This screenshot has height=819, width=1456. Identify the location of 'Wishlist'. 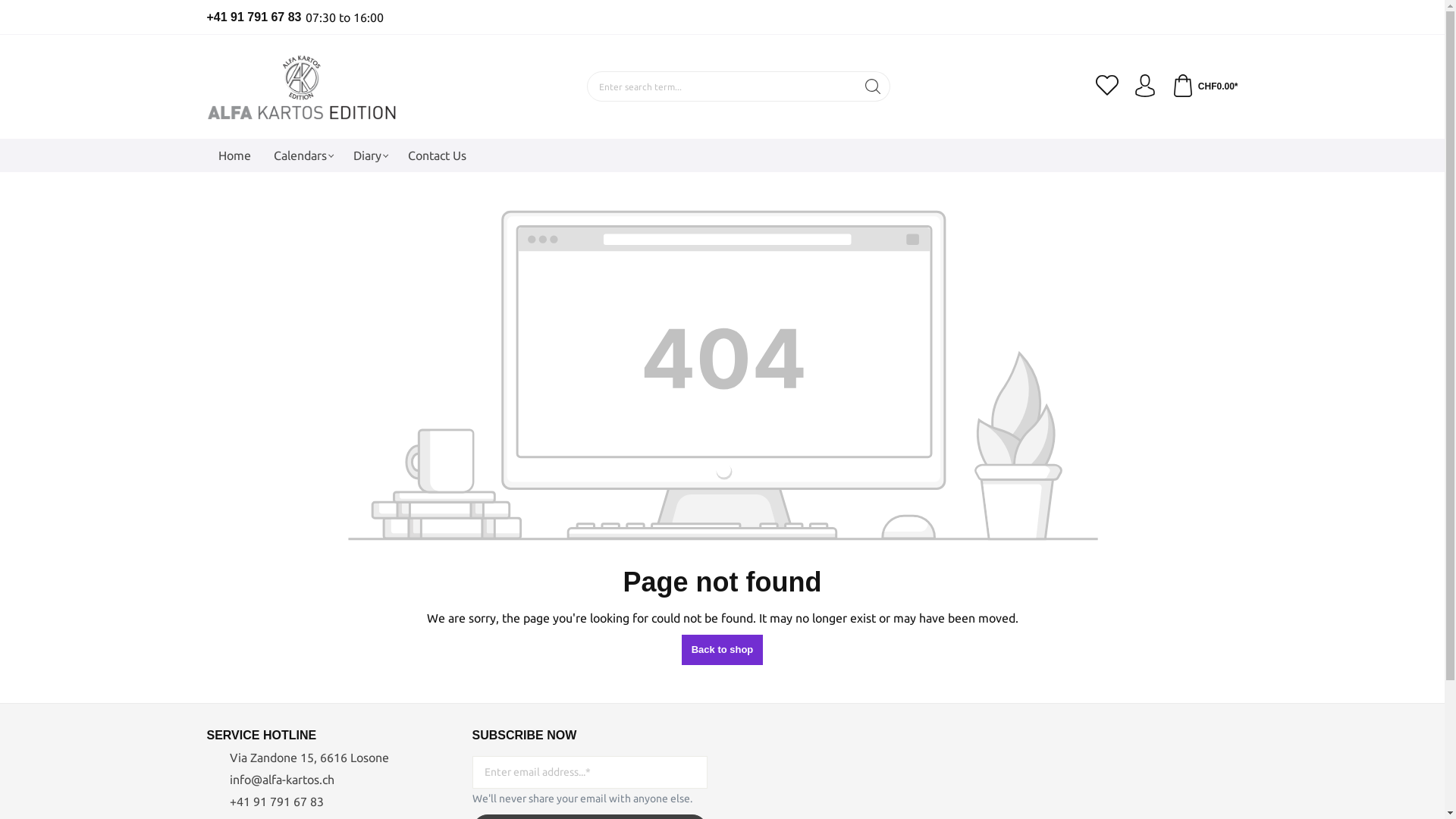
(1106, 86).